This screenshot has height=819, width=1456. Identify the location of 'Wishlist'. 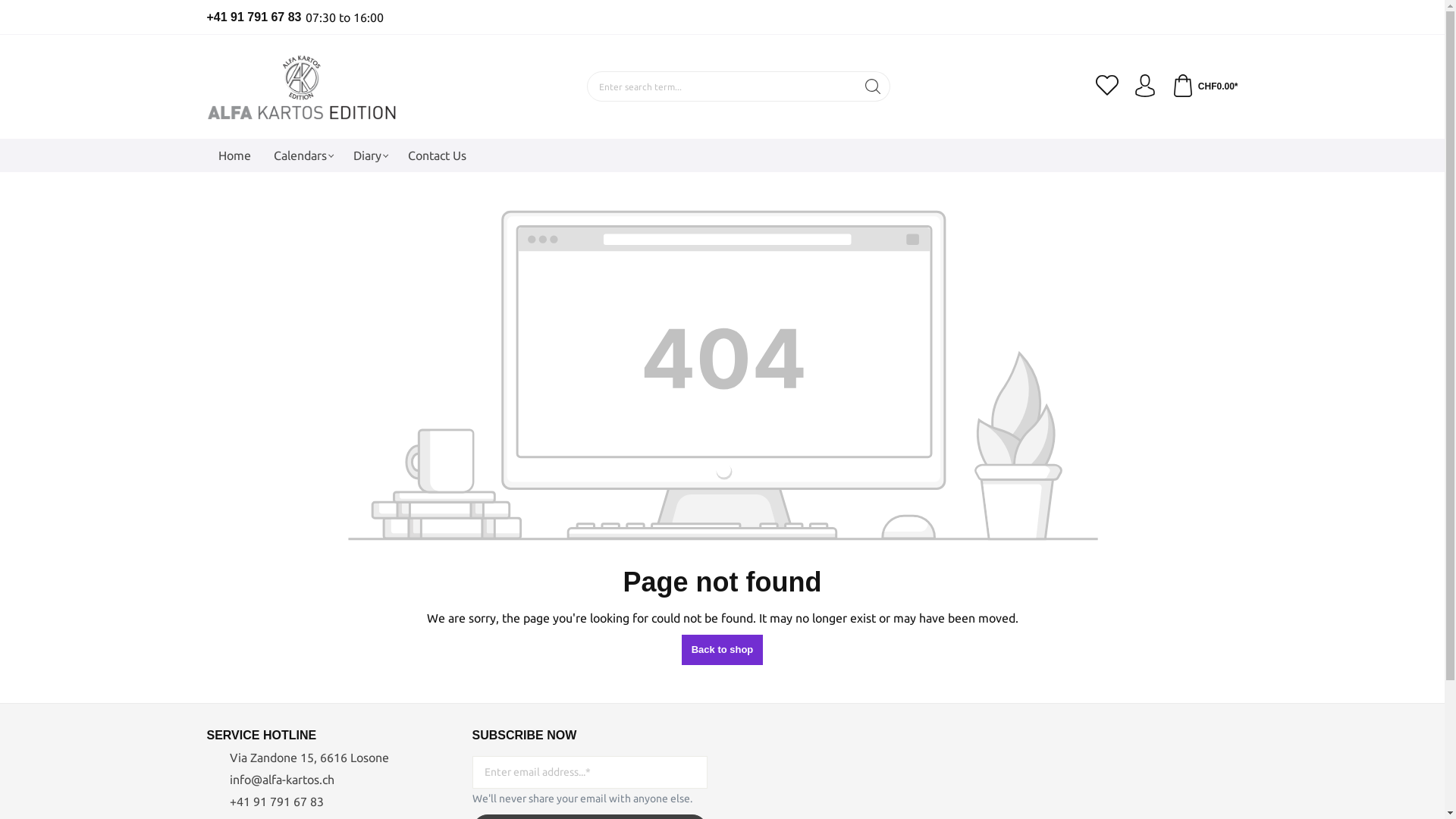
(1106, 86).